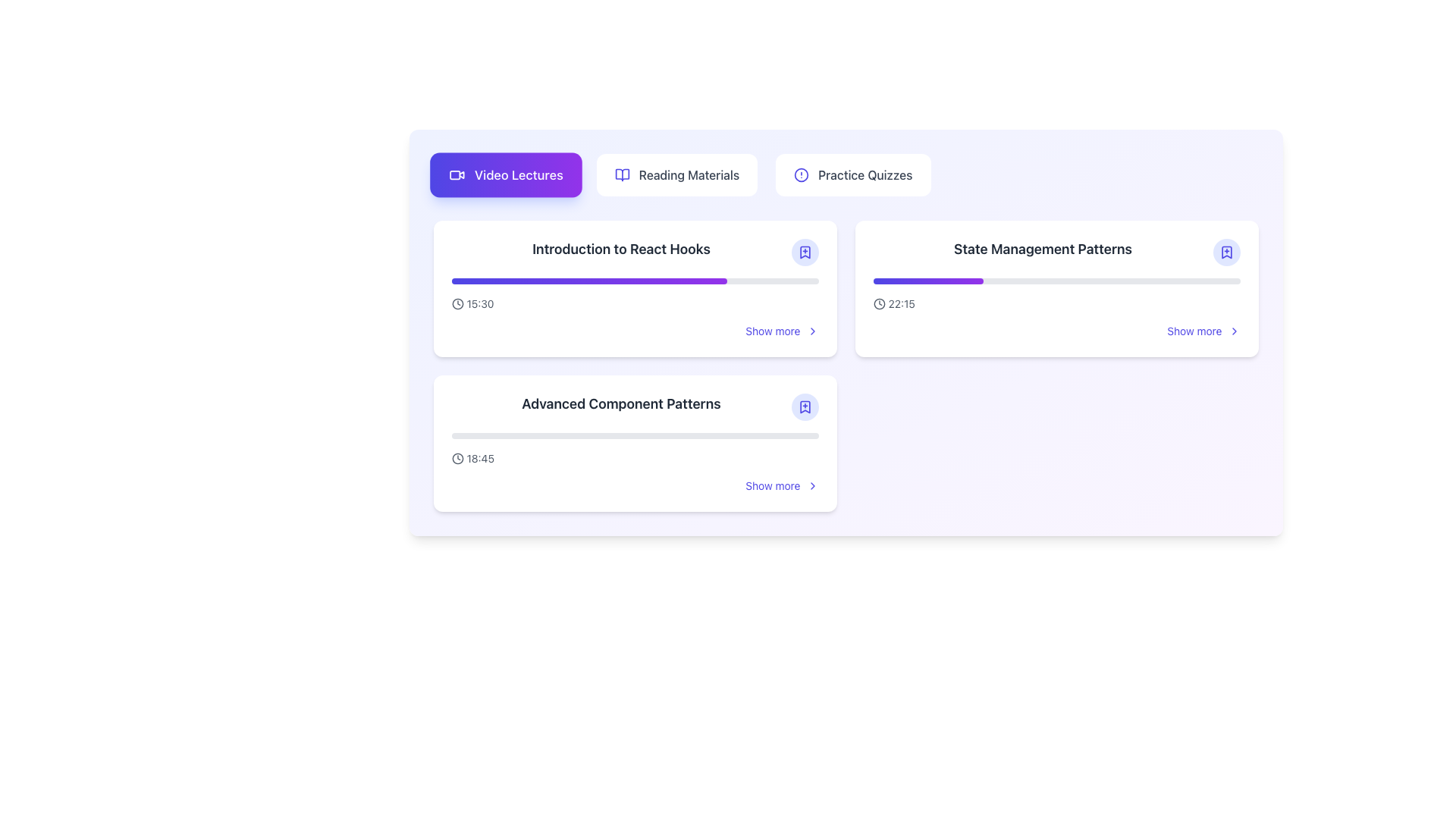 Image resolution: width=1456 pixels, height=819 pixels. Describe the element at coordinates (804, 251) in the screenshot. I see `the bookmark icon associated with the 'Introduction to React Hooks' section, which is a triangular shape within the larger bookmark structure` at that location.